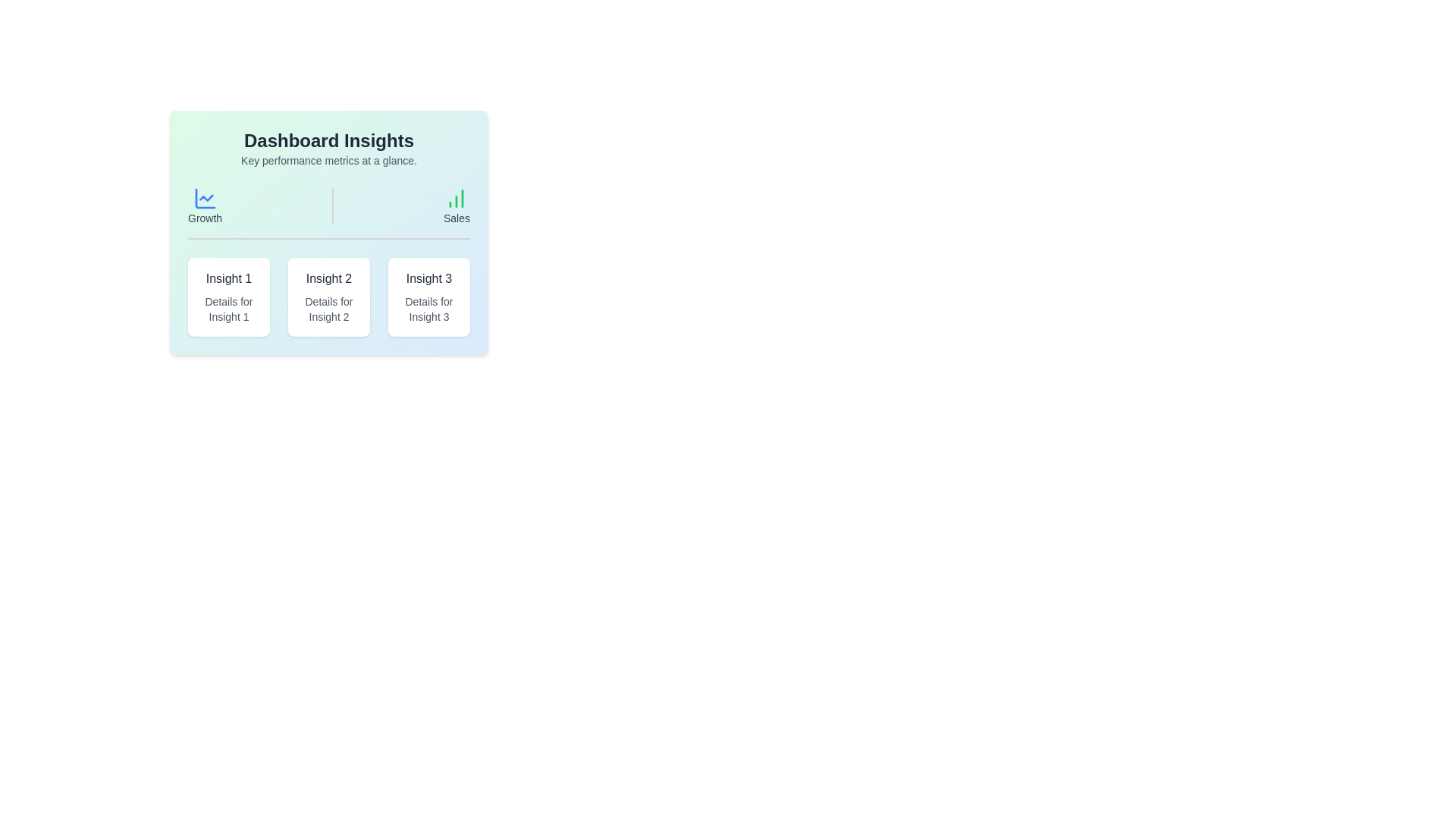  Describe the element at coordinates (328, 161) in the screenshot. I see `informative subtitle text that provides context about the dashboard content, positioned below the title 'Dashboard Insights'` at that location.